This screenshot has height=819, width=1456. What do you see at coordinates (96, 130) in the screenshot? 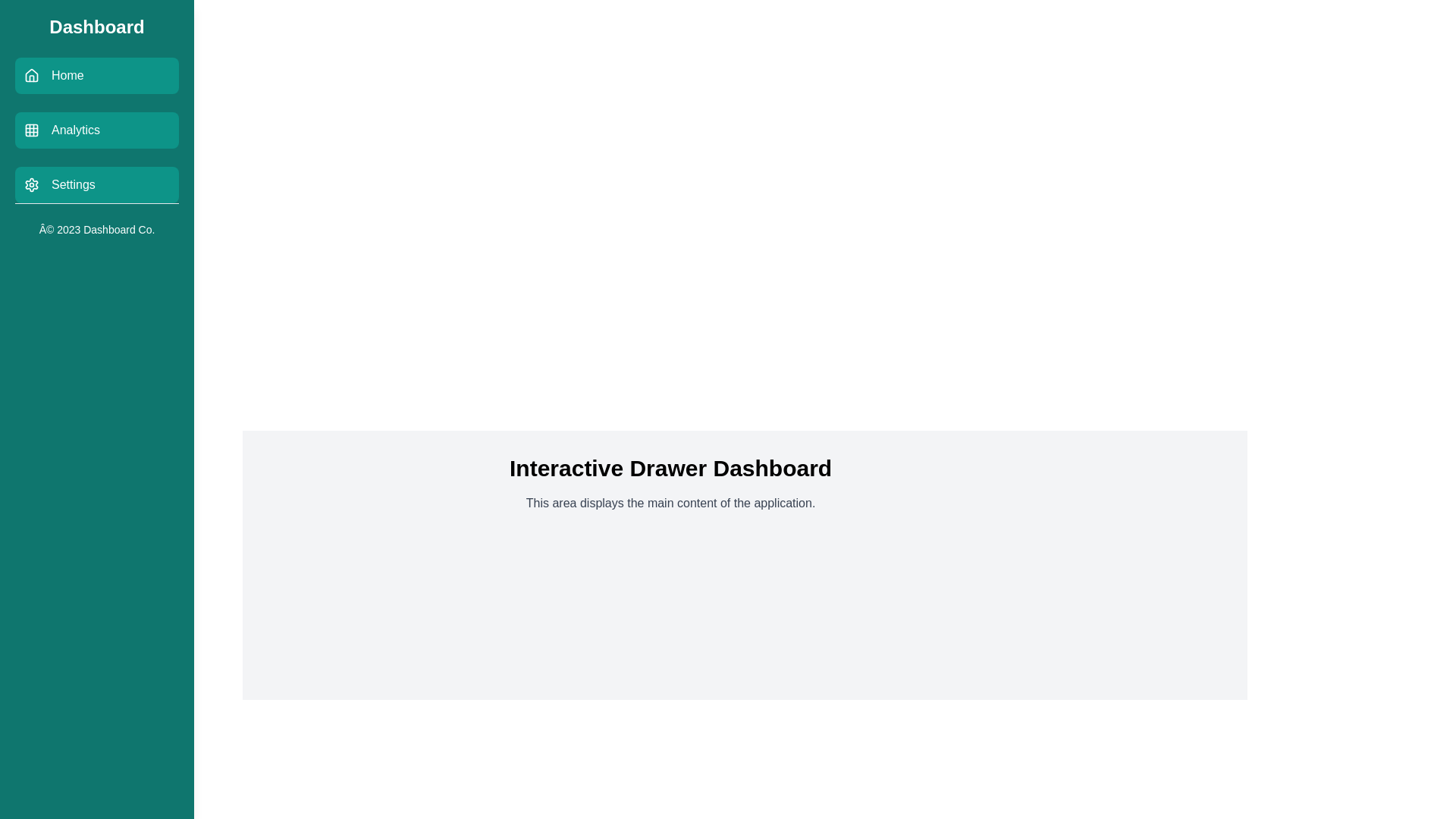
I see `the menu item labeled Analytics to navigate to the corresponding section` at bounding box center [96, 130].